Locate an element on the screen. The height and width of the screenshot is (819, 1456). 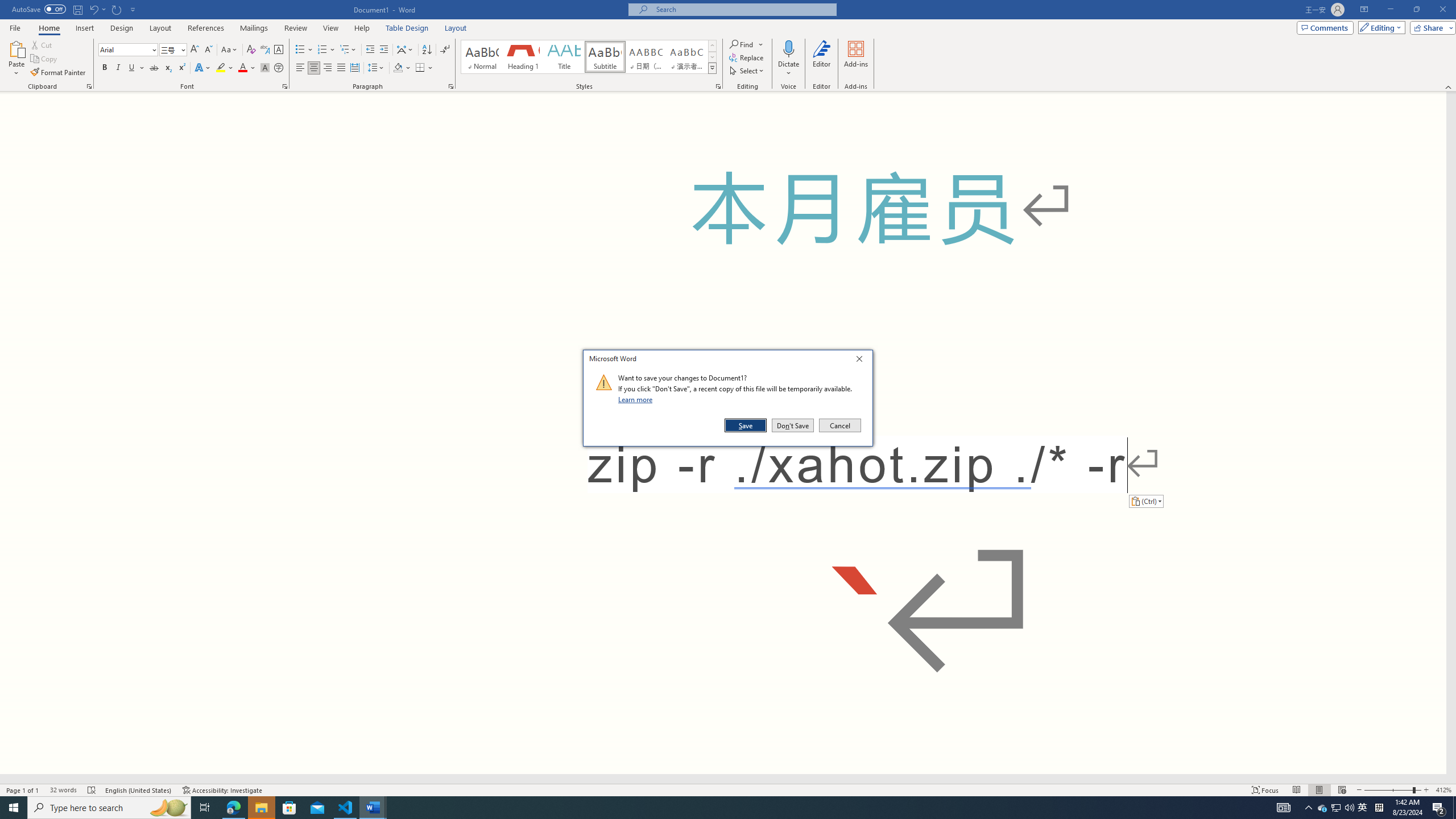
'Row up' is located at coordinates (712, 45).